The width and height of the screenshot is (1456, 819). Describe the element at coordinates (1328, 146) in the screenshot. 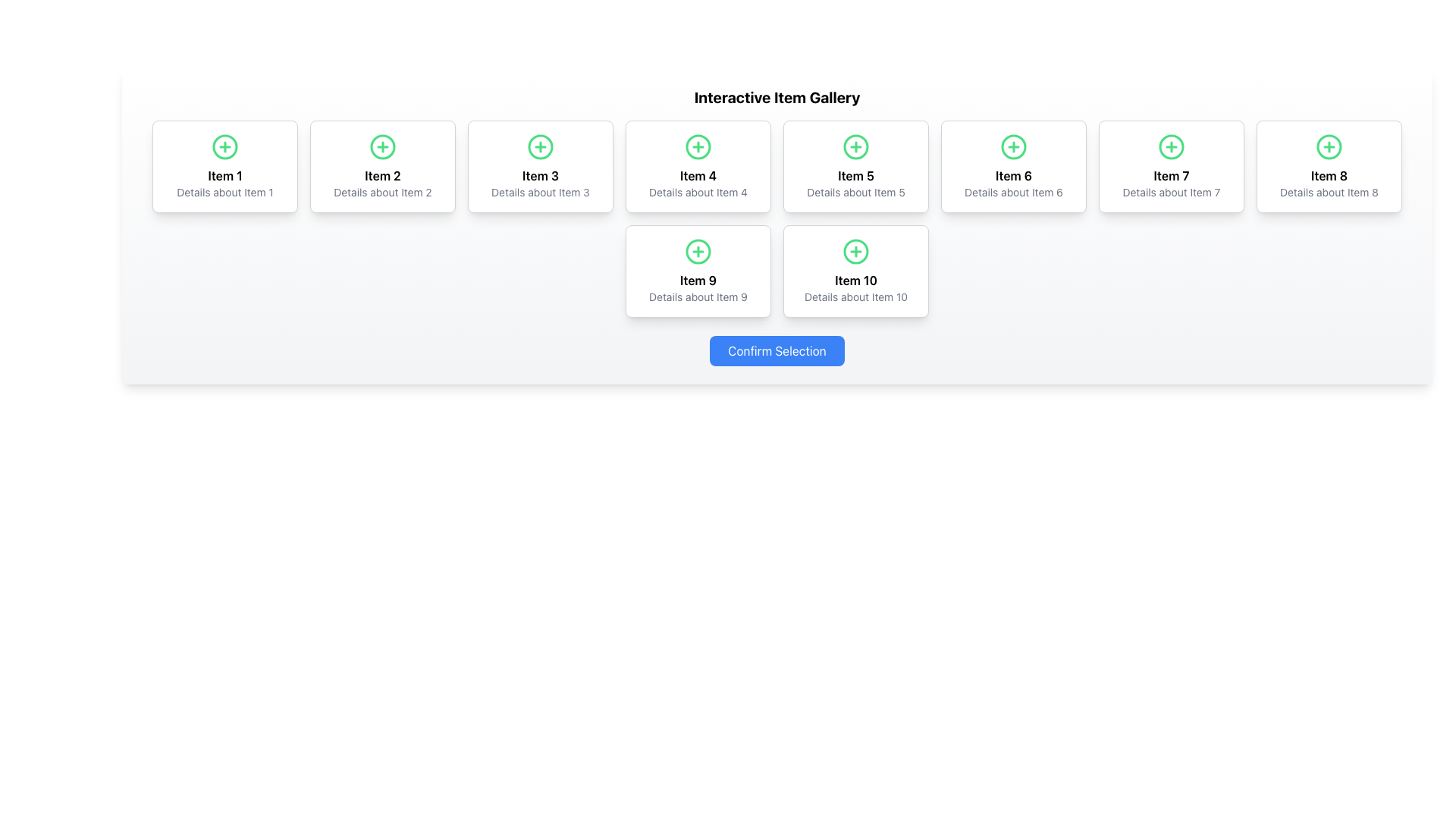

I see `the green circular button with a plus sign located above the text 'Item 8'` at that location.